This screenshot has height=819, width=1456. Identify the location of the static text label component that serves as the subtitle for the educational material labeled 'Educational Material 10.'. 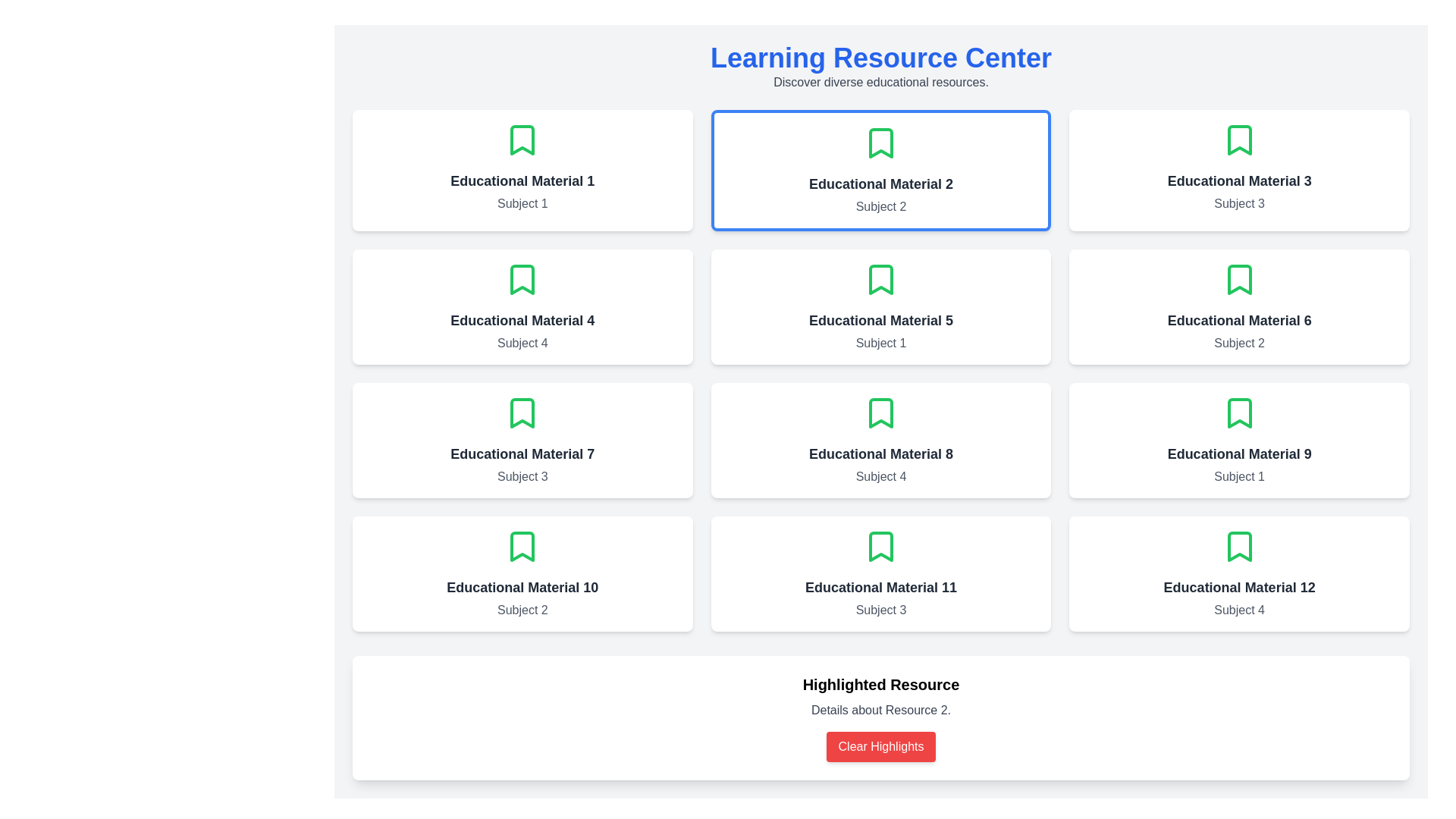
(522, 610).